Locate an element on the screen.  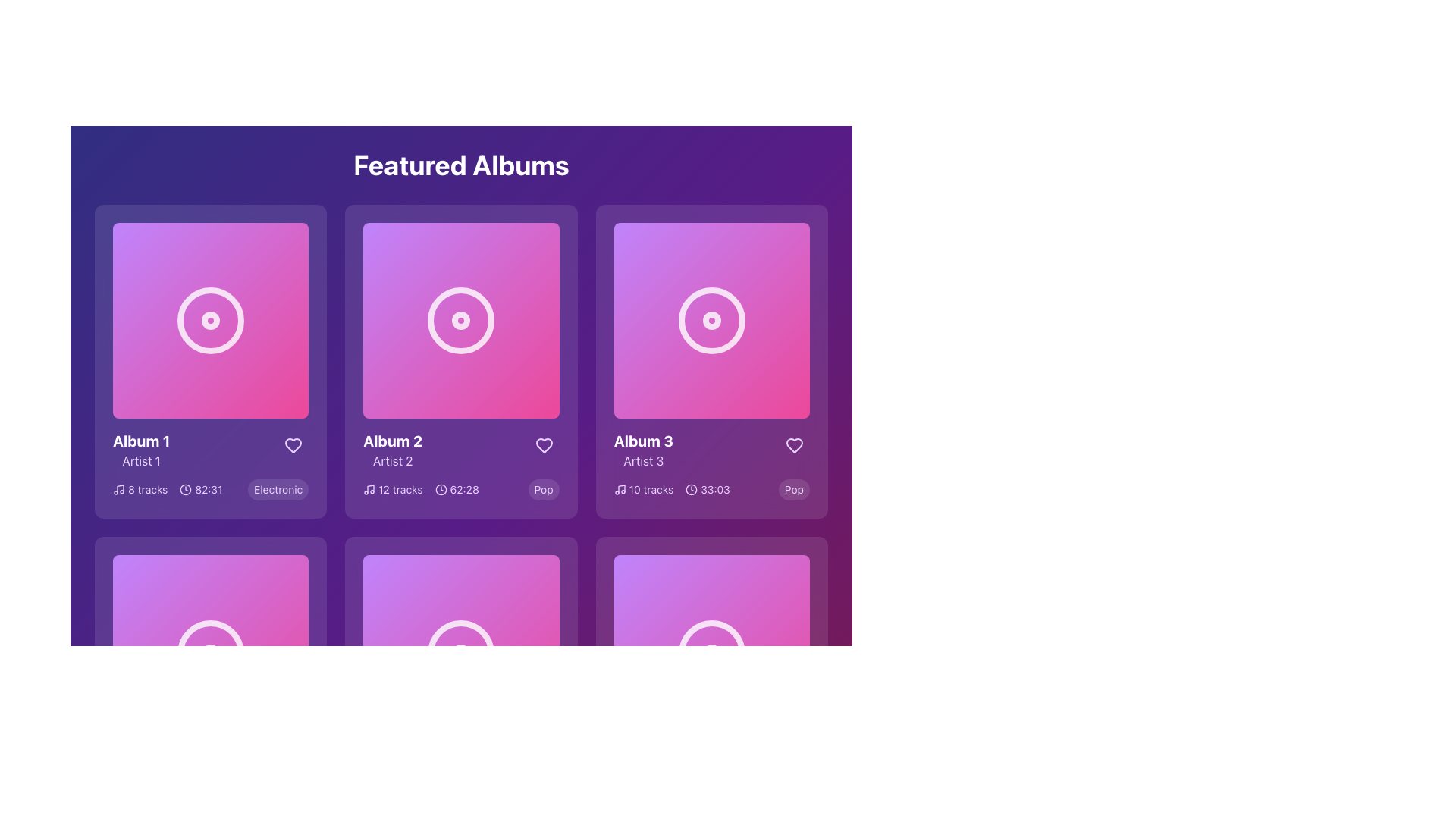
the music note icon located in the second column of the first row of the album details grid, which is positioned directly to the left of the '12 tracks' text is located at coordinates (369, 490).